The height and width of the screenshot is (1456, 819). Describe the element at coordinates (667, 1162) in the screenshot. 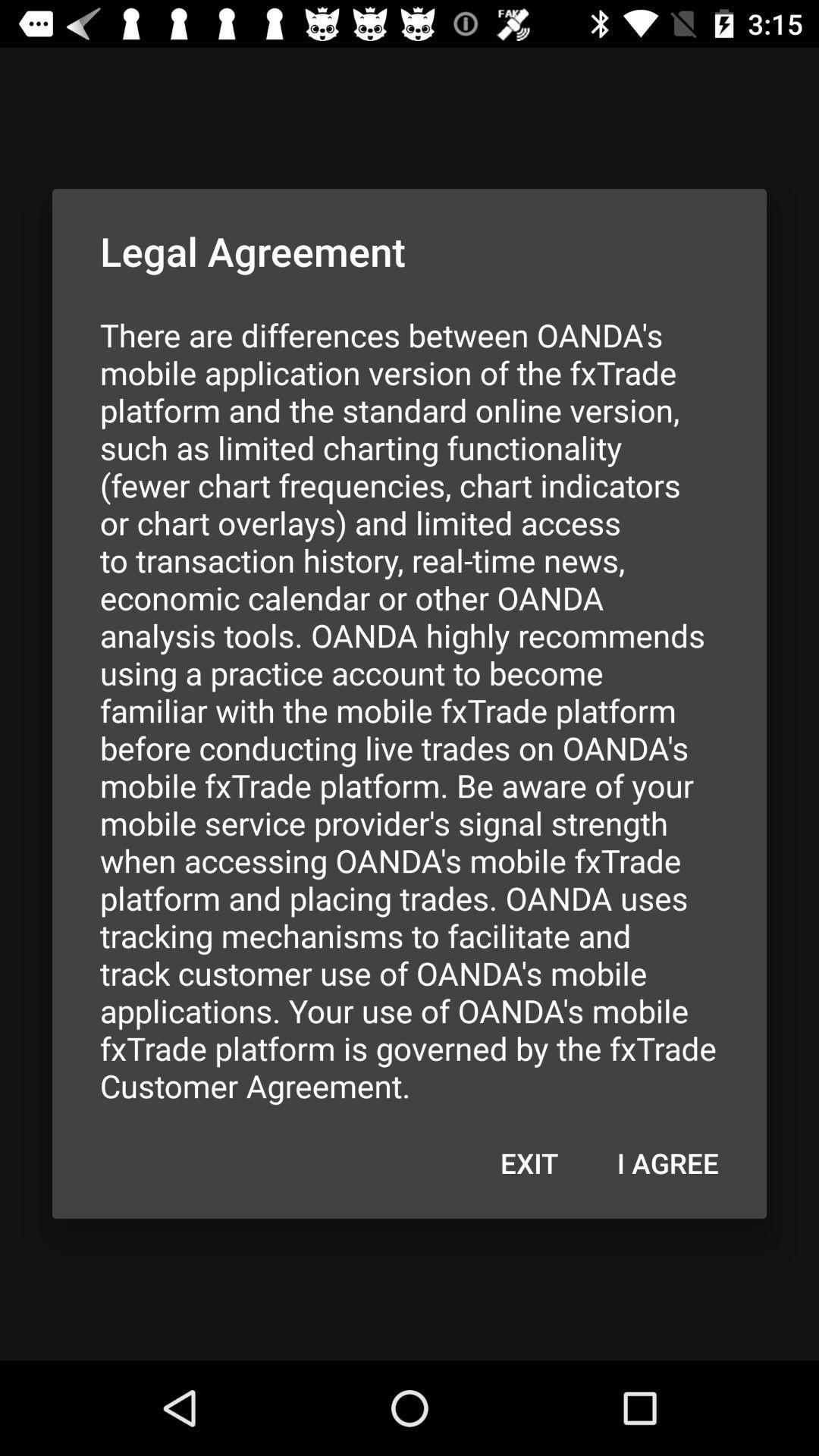

I see `the button to the right of exit icon` at that location.